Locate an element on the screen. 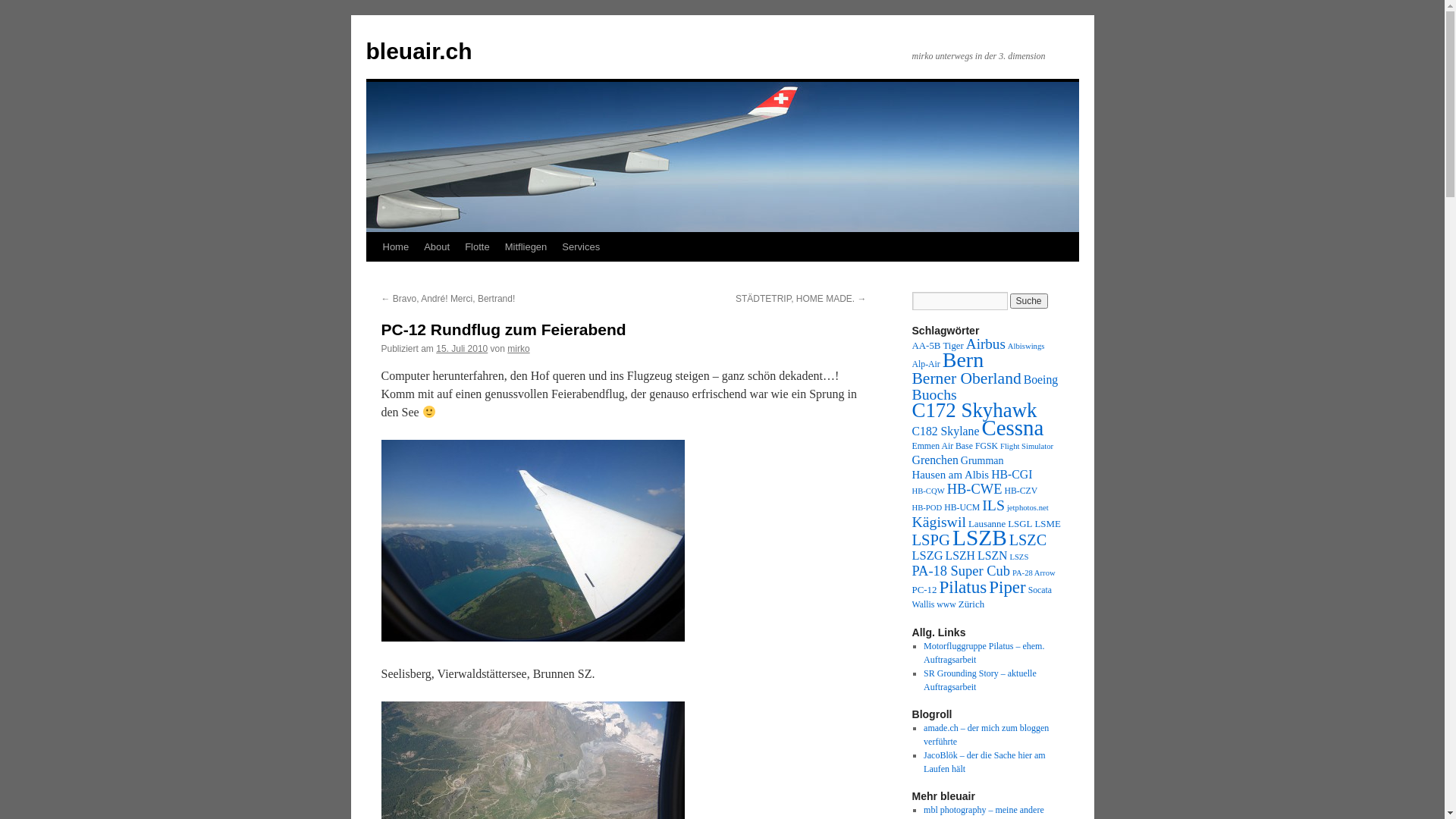  'Grumman' is located at coordinates (982, 460).